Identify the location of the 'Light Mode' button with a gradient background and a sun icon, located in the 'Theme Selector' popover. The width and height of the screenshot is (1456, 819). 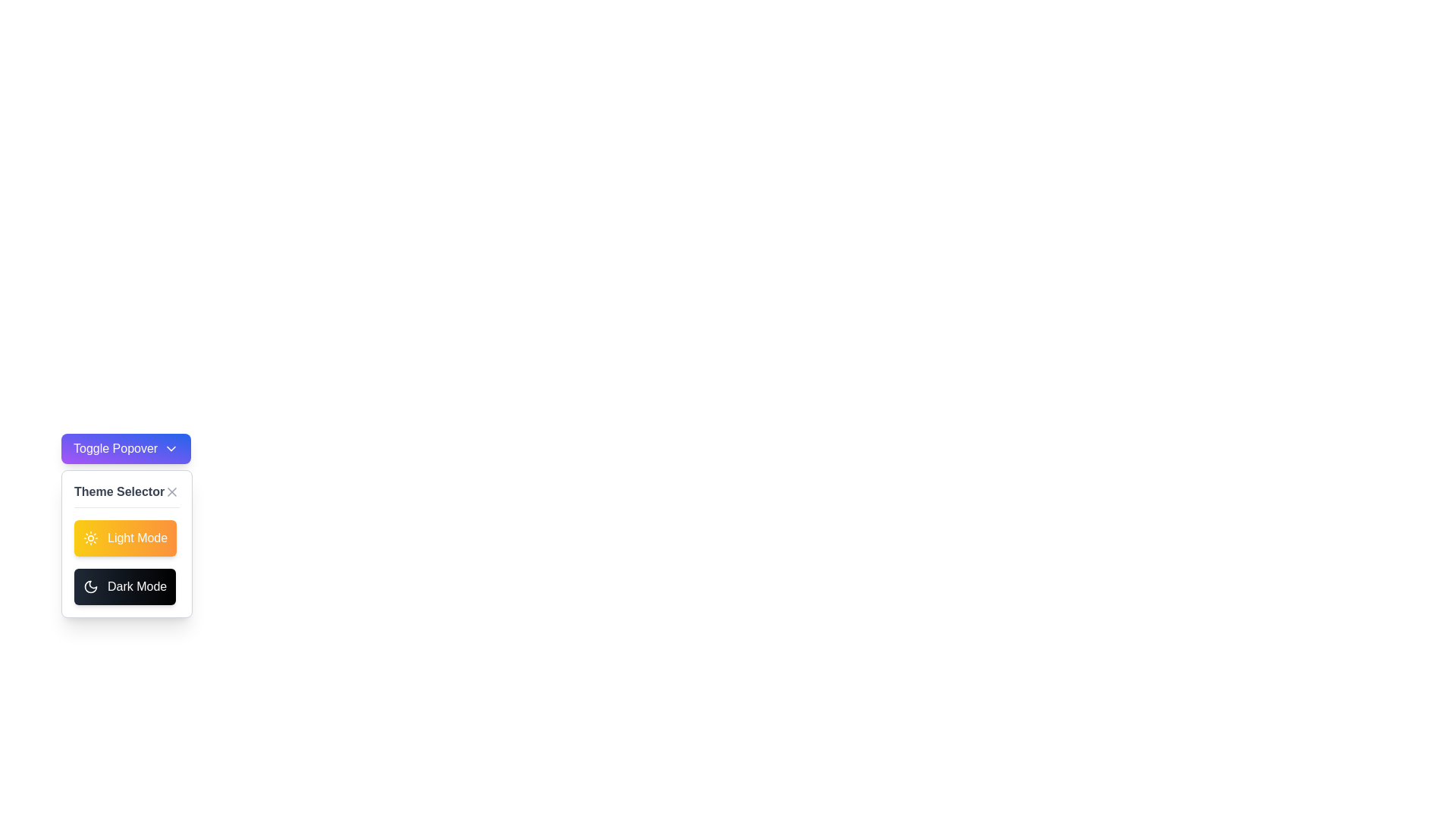
(125, 537).